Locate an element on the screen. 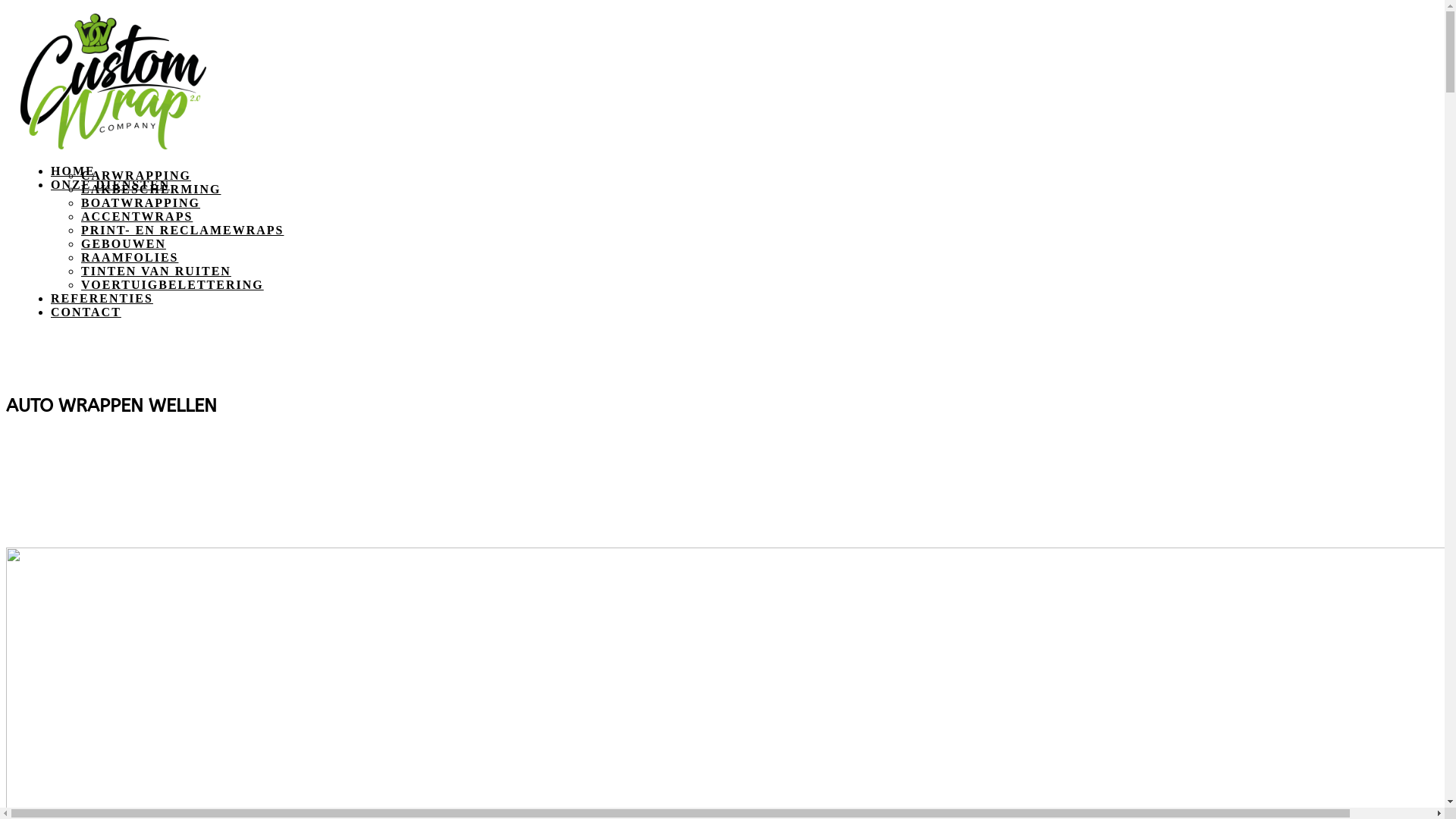 The width and height of the screenshot is (1456, 819). 'RAAMFOLIES' is located at coordinates (80, 256).